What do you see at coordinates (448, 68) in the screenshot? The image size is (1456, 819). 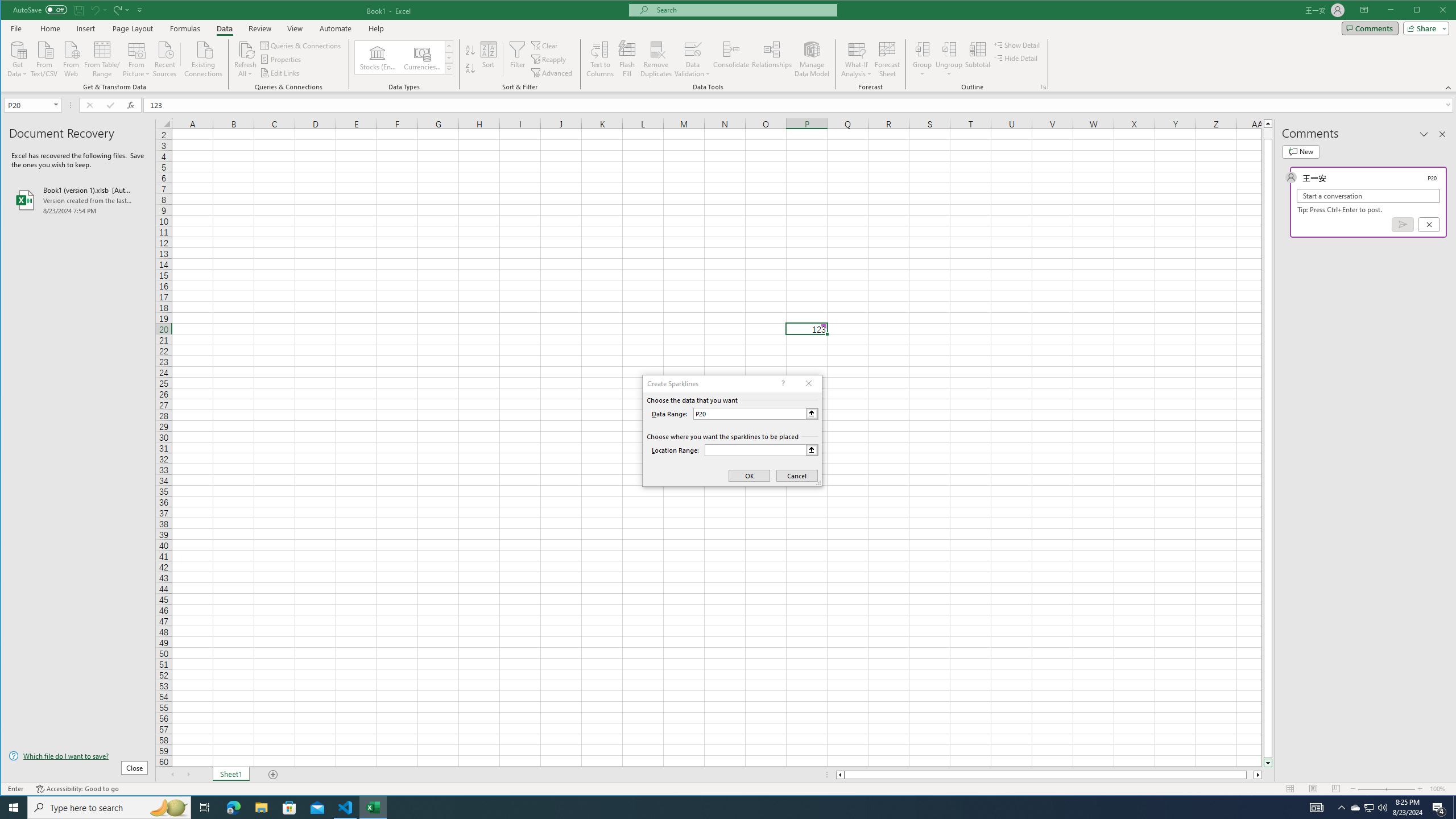 I see `'Data Types'` at bounding box center [448, 68].